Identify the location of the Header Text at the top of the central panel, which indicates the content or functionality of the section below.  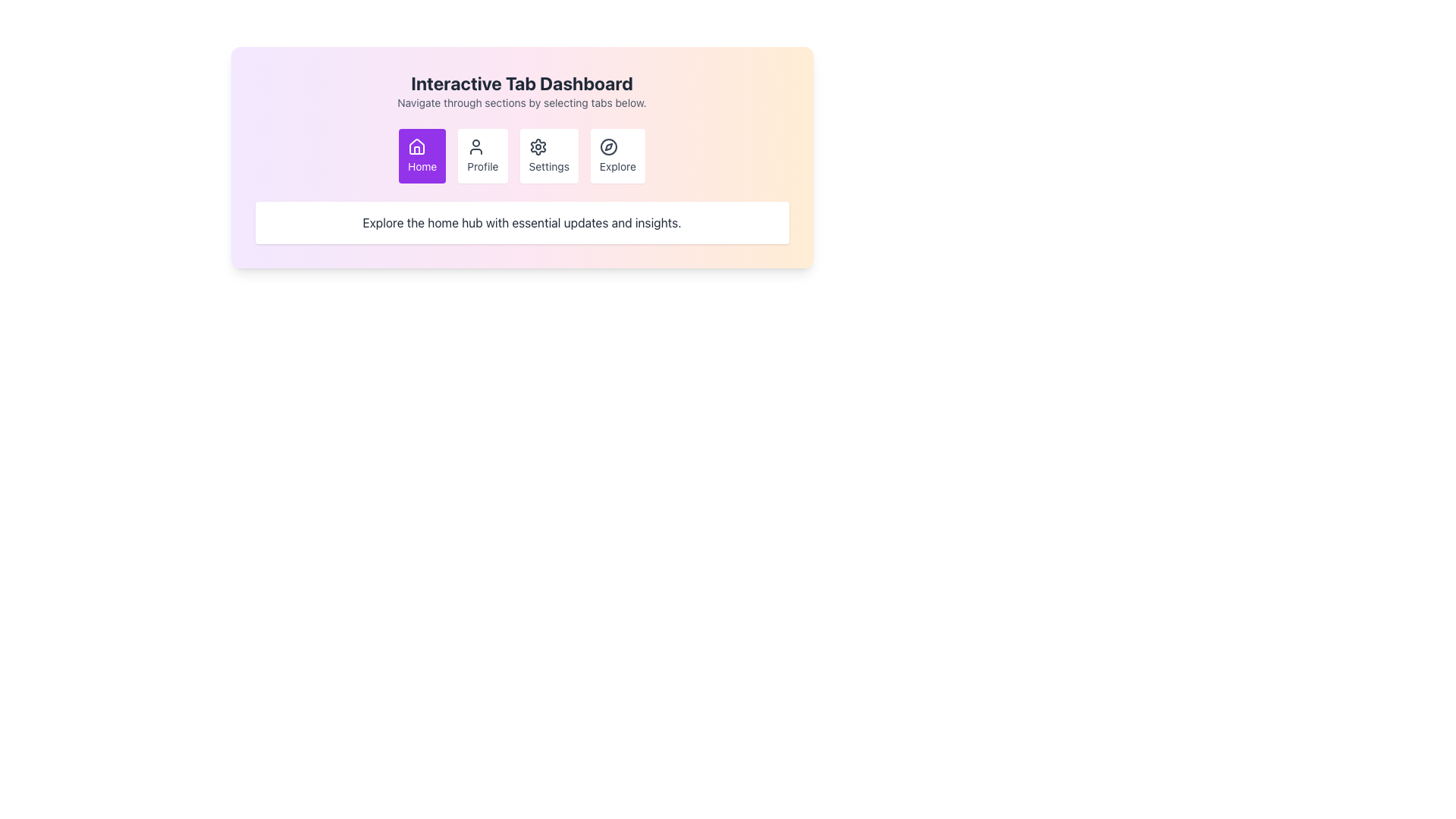
(522, 83).